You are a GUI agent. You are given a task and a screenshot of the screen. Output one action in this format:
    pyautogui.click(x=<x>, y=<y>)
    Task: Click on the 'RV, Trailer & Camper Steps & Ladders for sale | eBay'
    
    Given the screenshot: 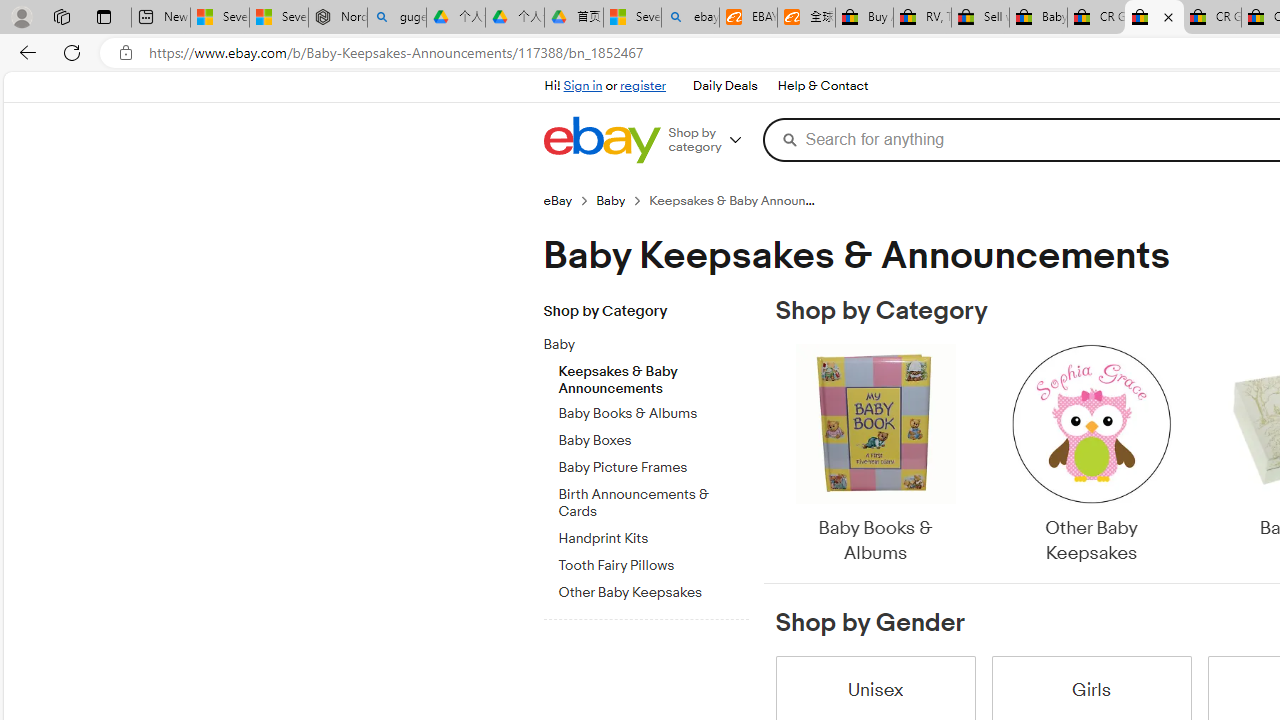 What is the action you would take?
    pyautogui.click(x=921, y=17)
    